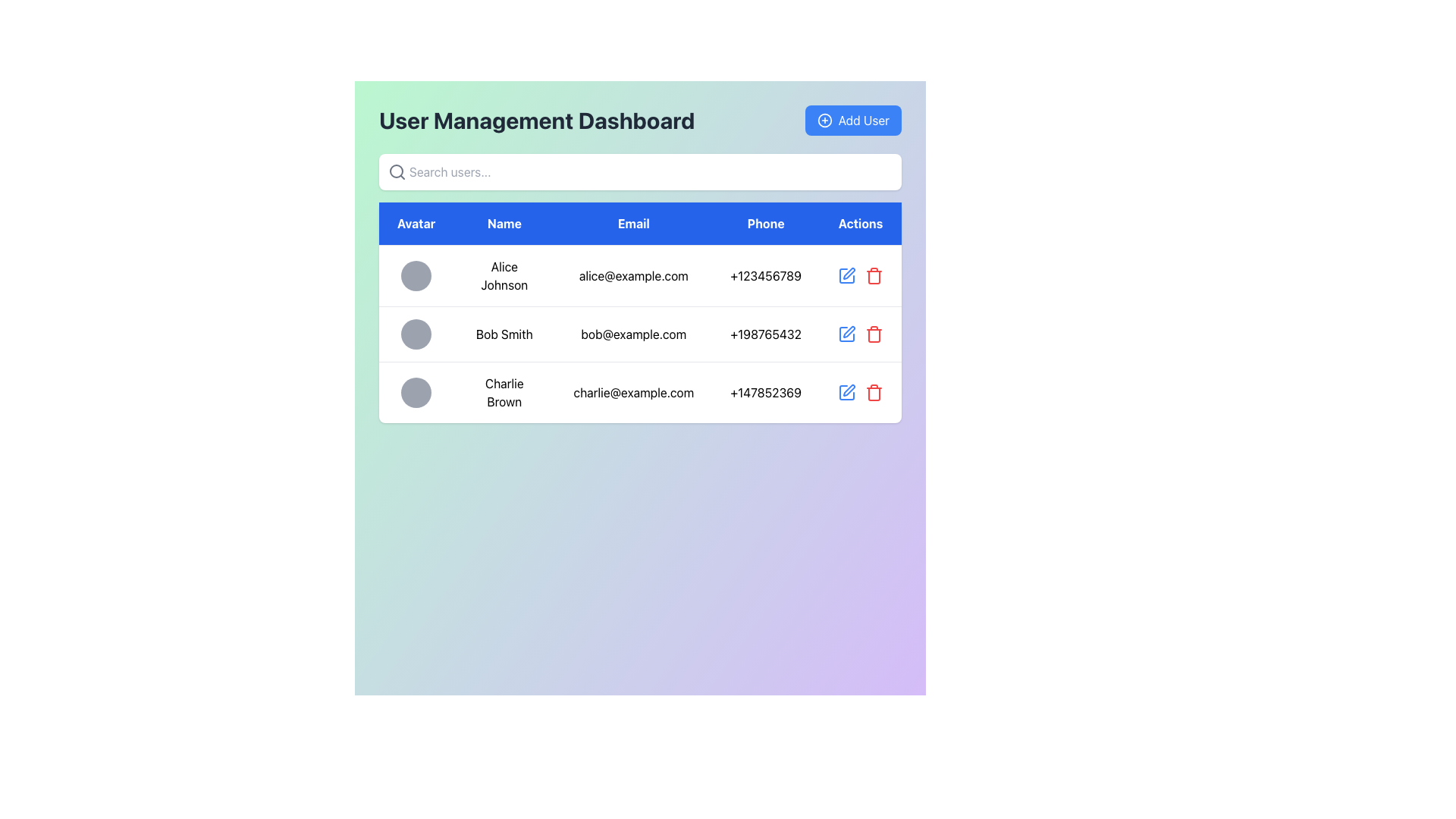  Describe the element at coordinates (640, 275) in the screenshot. I see `the email address 'alice@example.com' in the first row of the user data table to copy it` at that location.